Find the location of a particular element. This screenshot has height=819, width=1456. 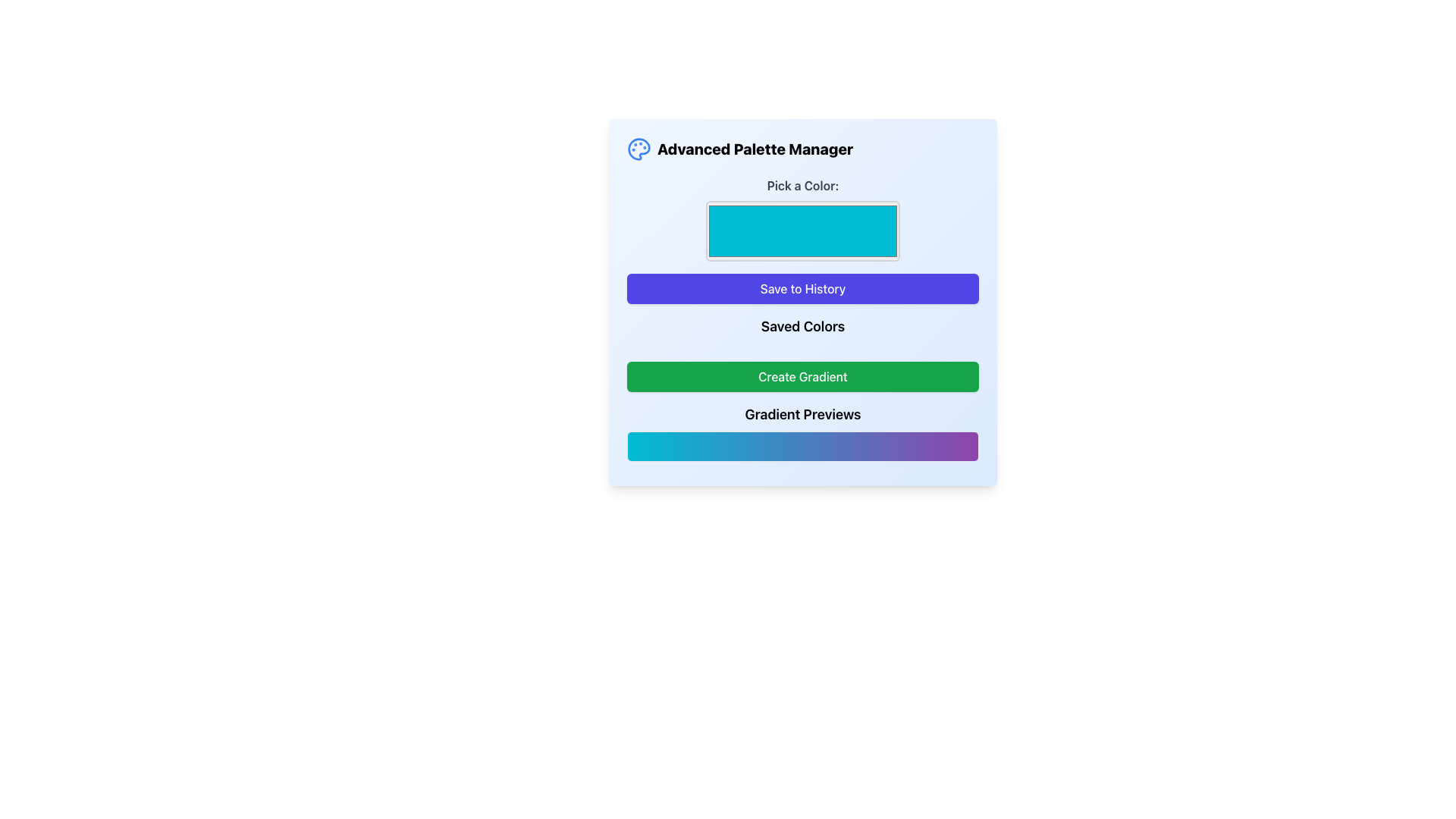

the 'Advanced Palette Manager' header text is located at coordinates (740, 149).